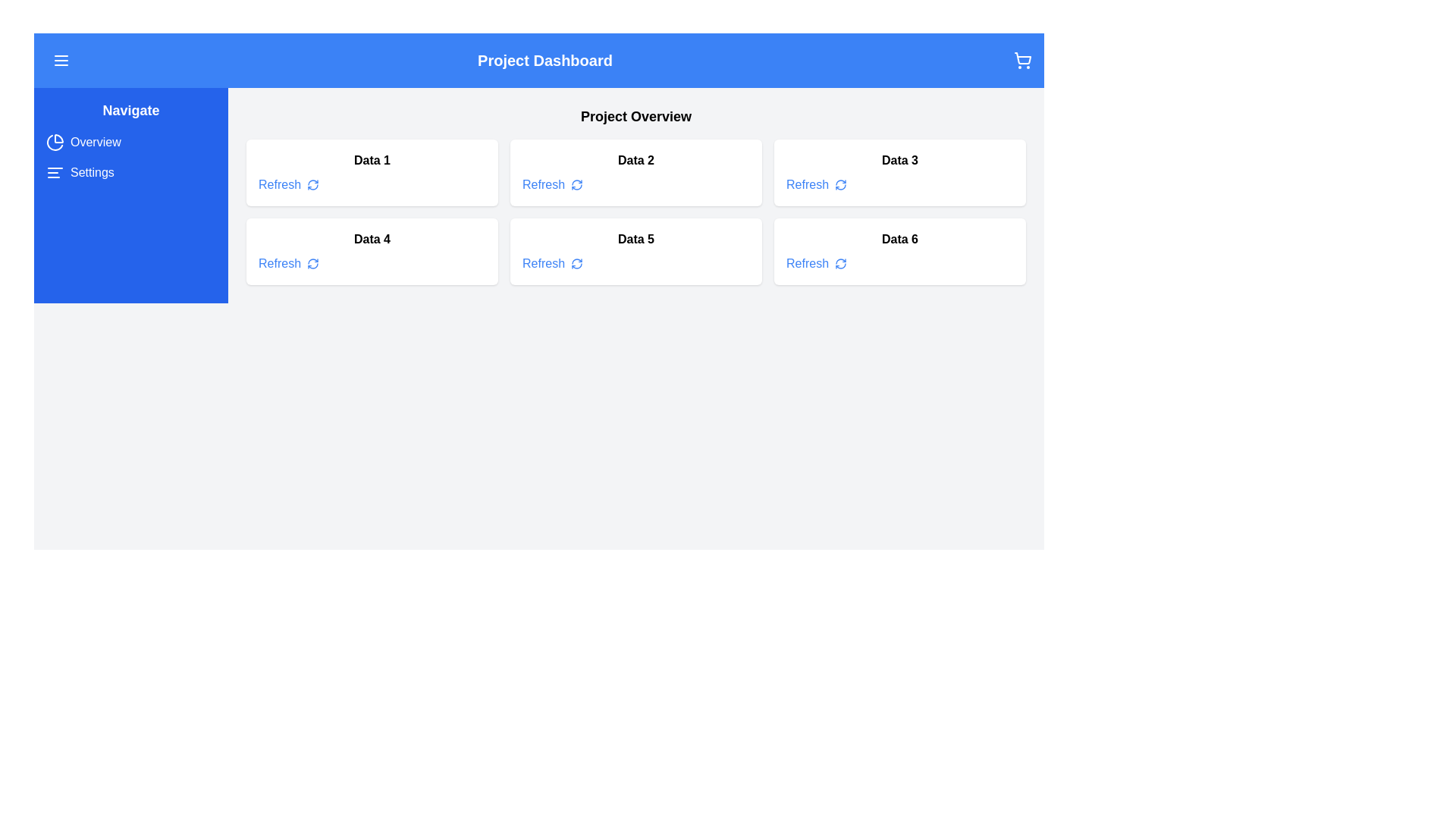 The image size is (1456, 819). I want to click on the header titled 'What this Text (Header) does', which provides an overview of the 'Project Overview', so click(636, 116).